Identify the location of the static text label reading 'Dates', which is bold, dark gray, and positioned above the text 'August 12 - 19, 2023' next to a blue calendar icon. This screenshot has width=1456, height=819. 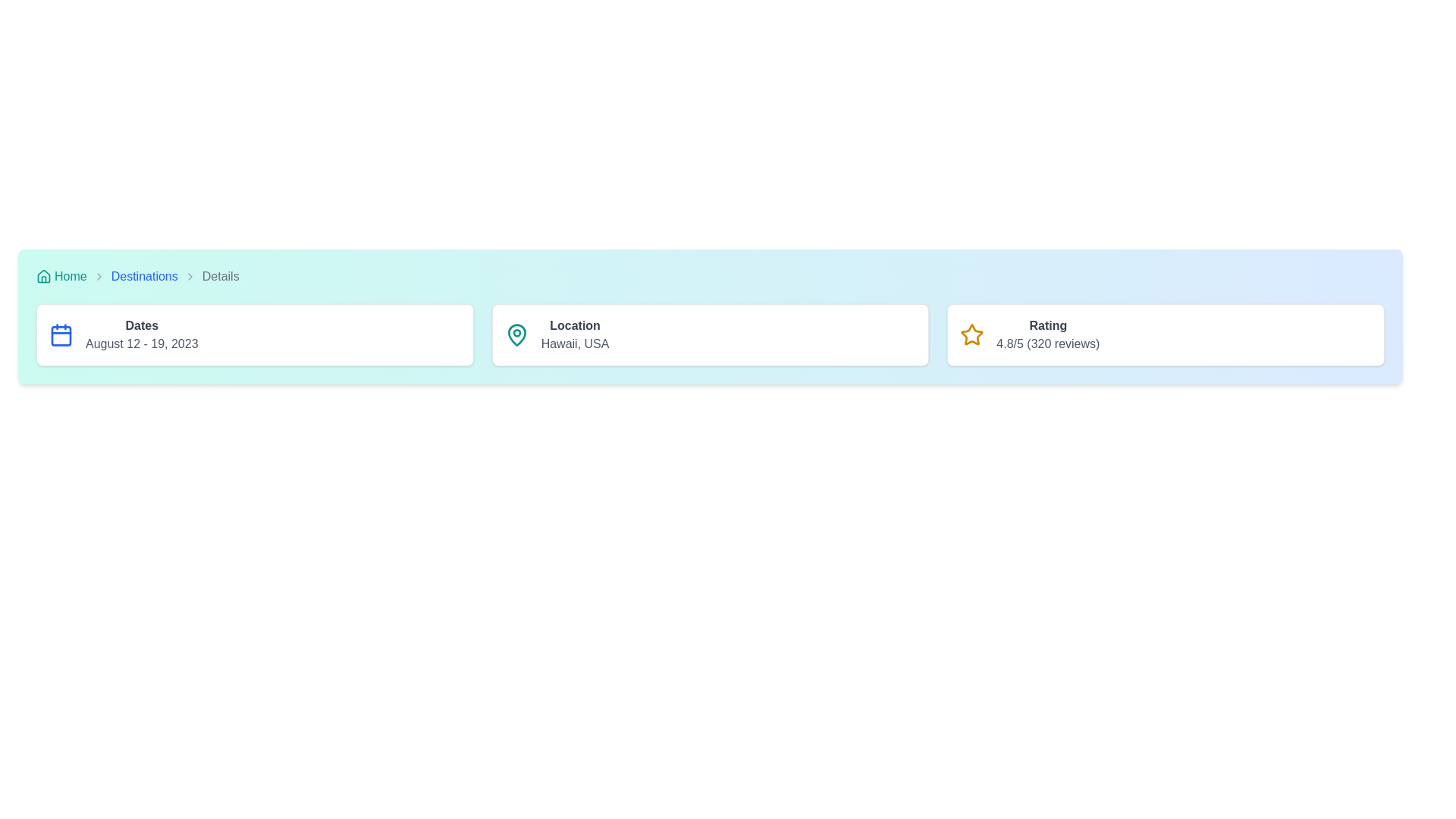
(142, 325).